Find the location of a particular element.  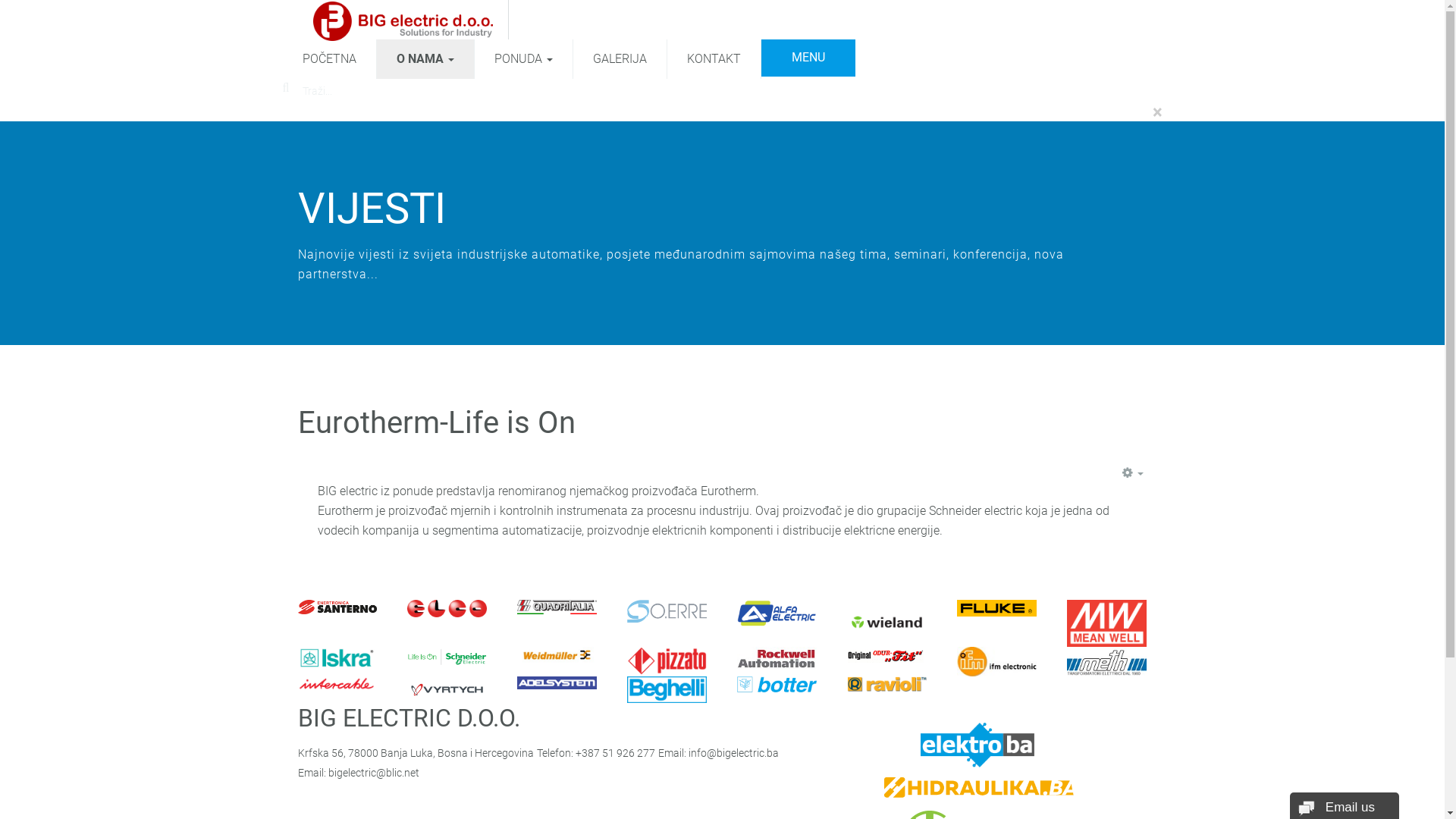

'Intercable' is located at coordinates (336, 685).